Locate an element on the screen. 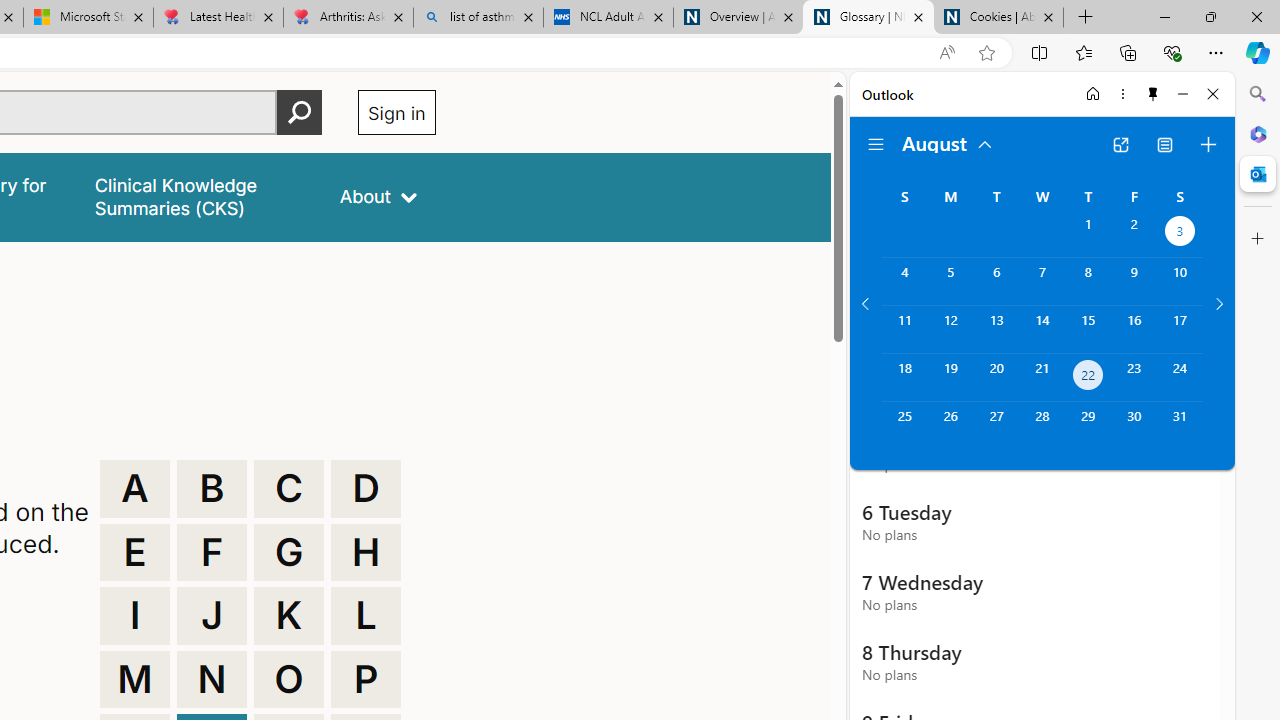 Image resolution: width=1280 pixels, height=720 pixels. 'Sunday, August 4, 2024. ' is located at coordinates (903, 281).